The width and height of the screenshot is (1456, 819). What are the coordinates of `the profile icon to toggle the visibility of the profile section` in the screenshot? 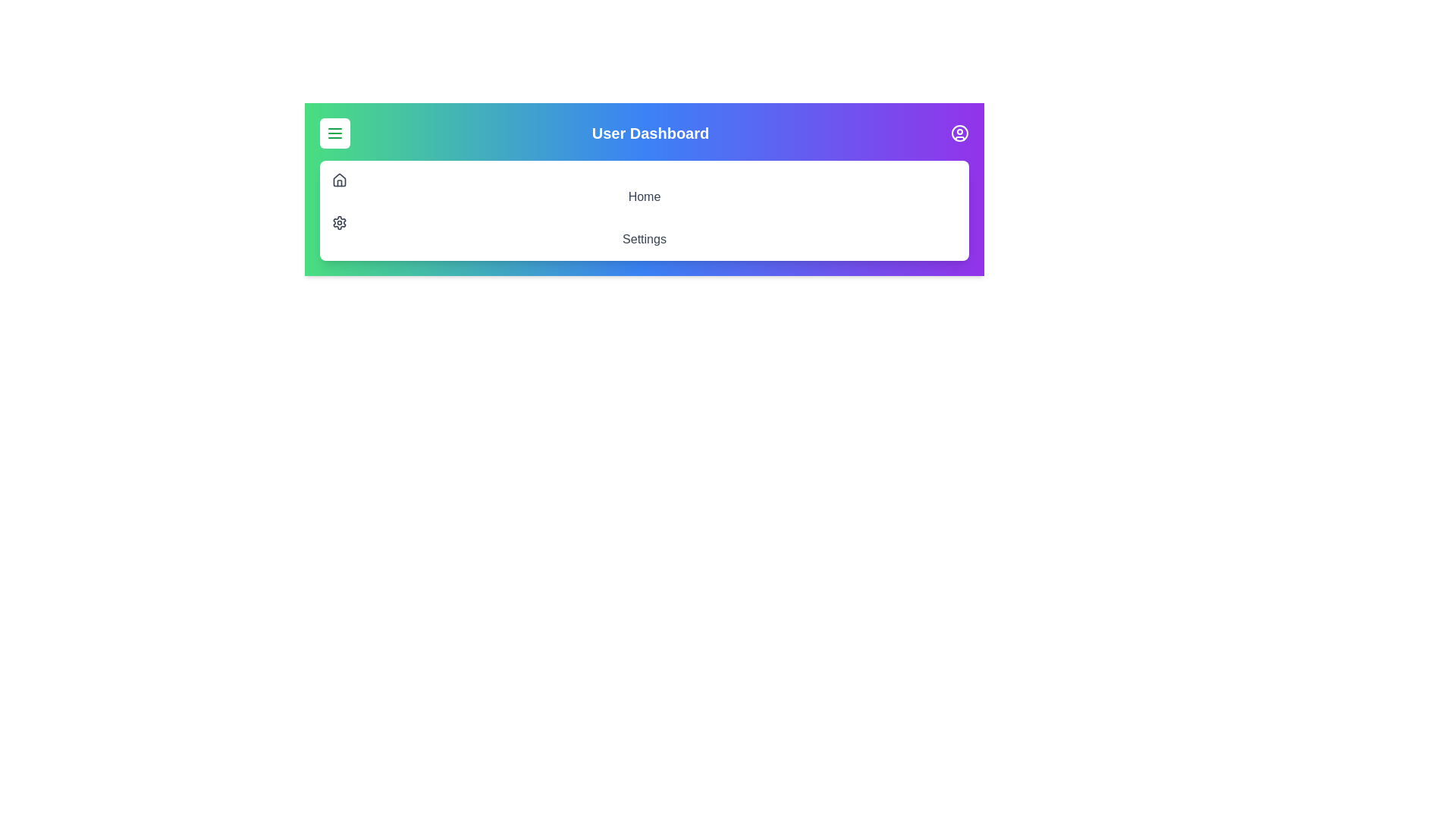 It's located at (959, 133).